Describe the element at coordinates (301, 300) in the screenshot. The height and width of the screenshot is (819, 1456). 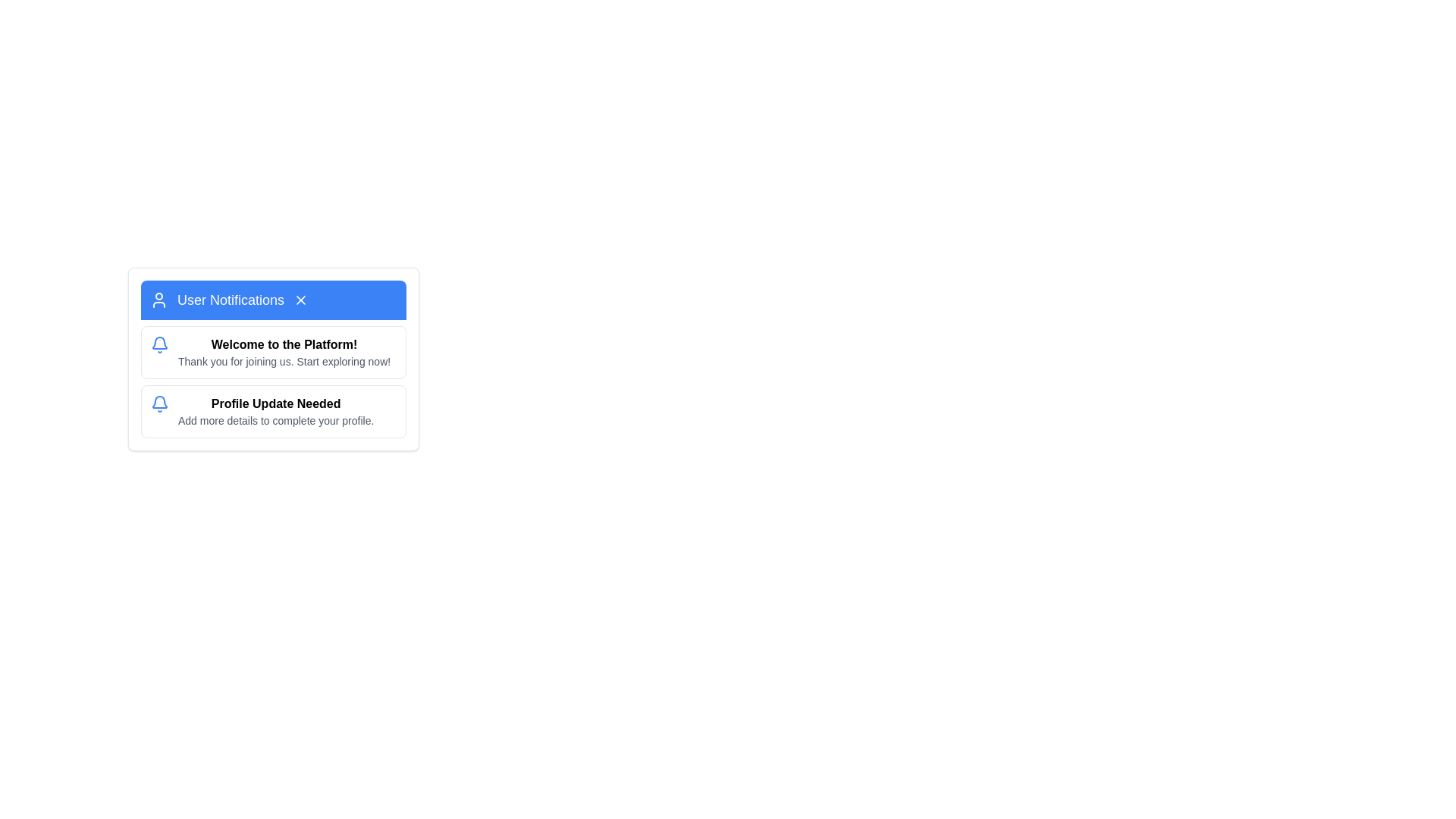
I see `the close or dismiss icon within the 'User Notifications' dialog by moving the cursor to its center` at that location.